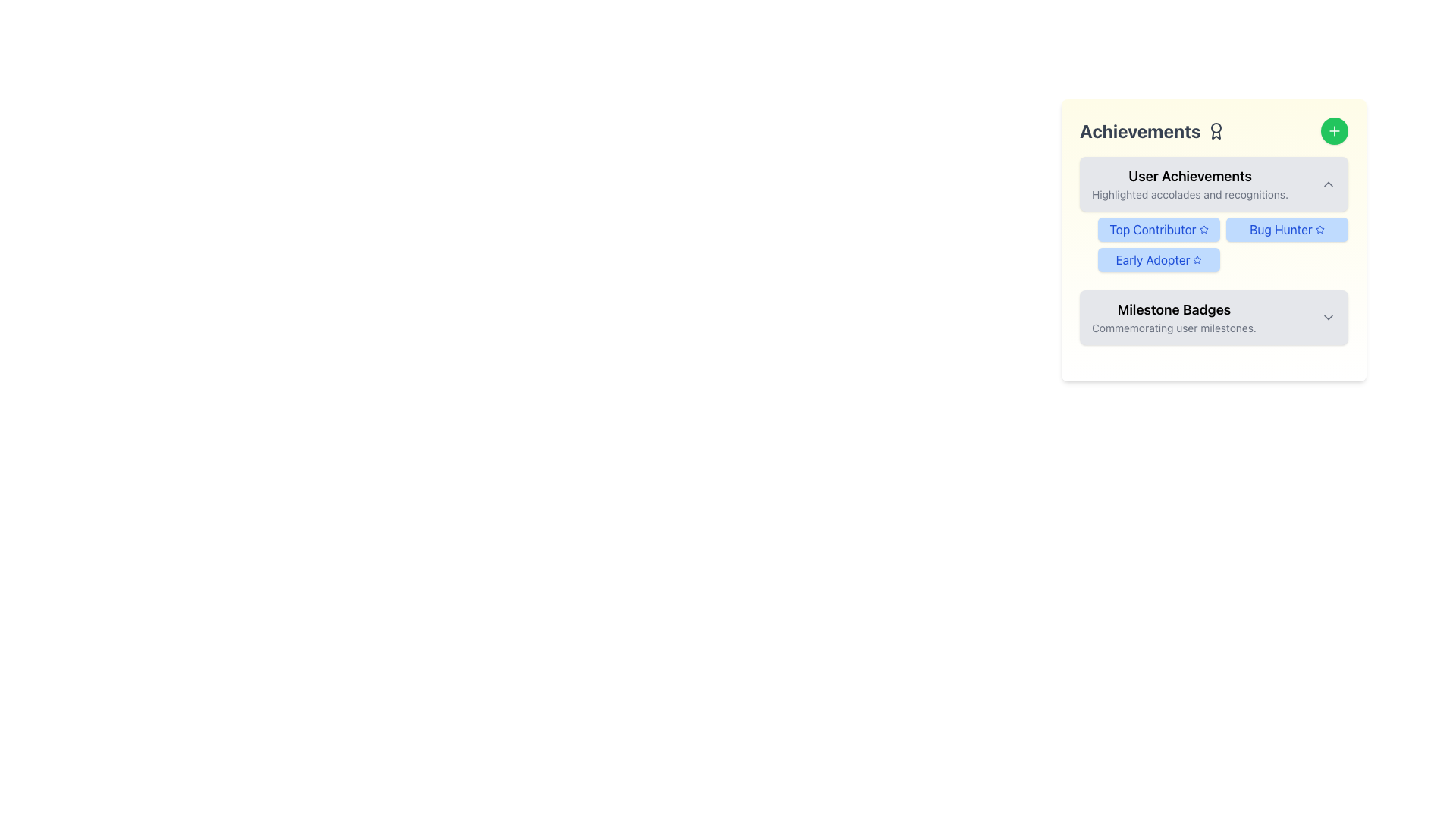 The image size is (1456, 819). I want to click on the Collapsible Section Header in the Achievements section, so click(1214, 317).